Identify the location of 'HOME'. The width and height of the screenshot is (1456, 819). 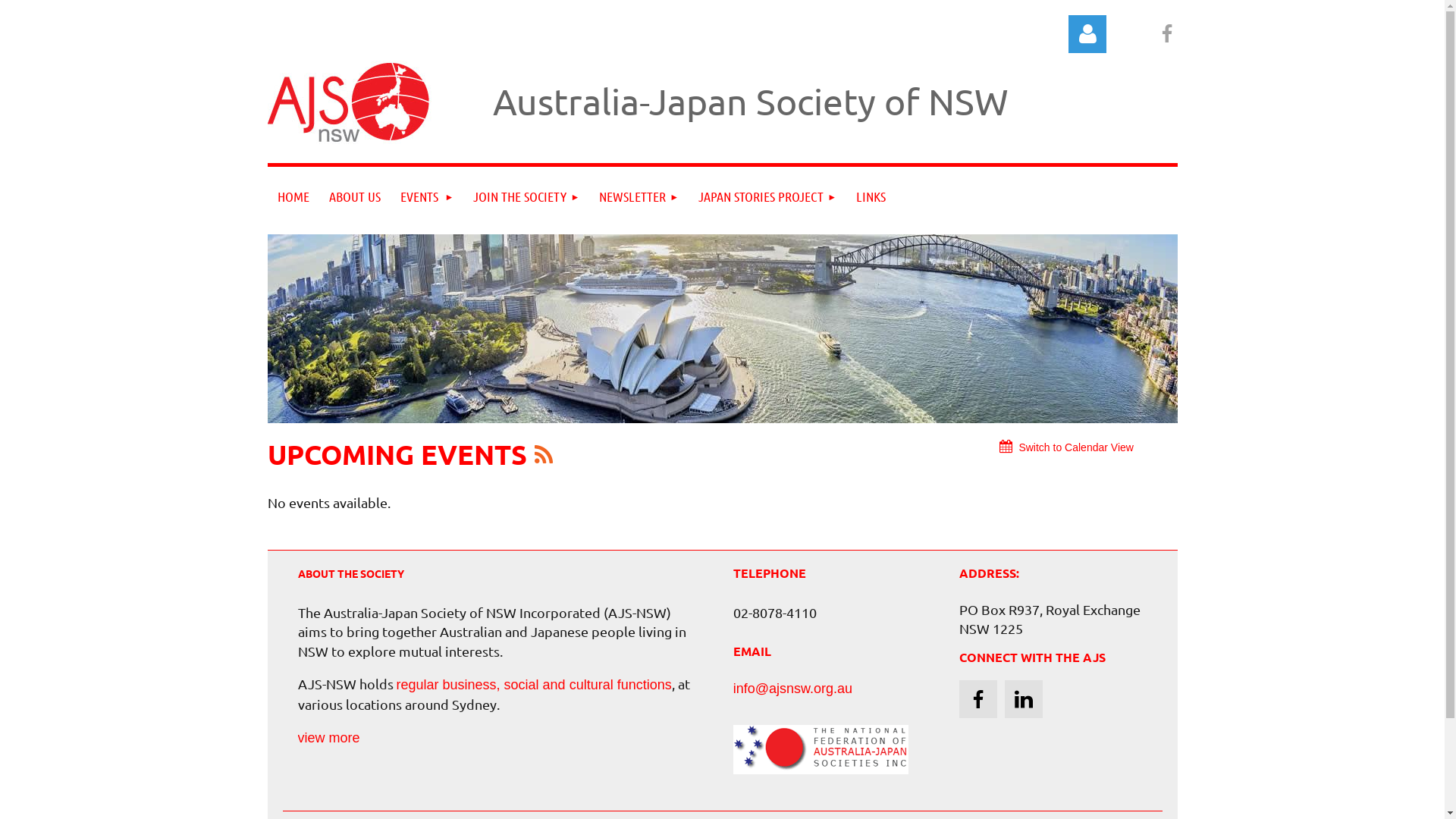
(292, 196).